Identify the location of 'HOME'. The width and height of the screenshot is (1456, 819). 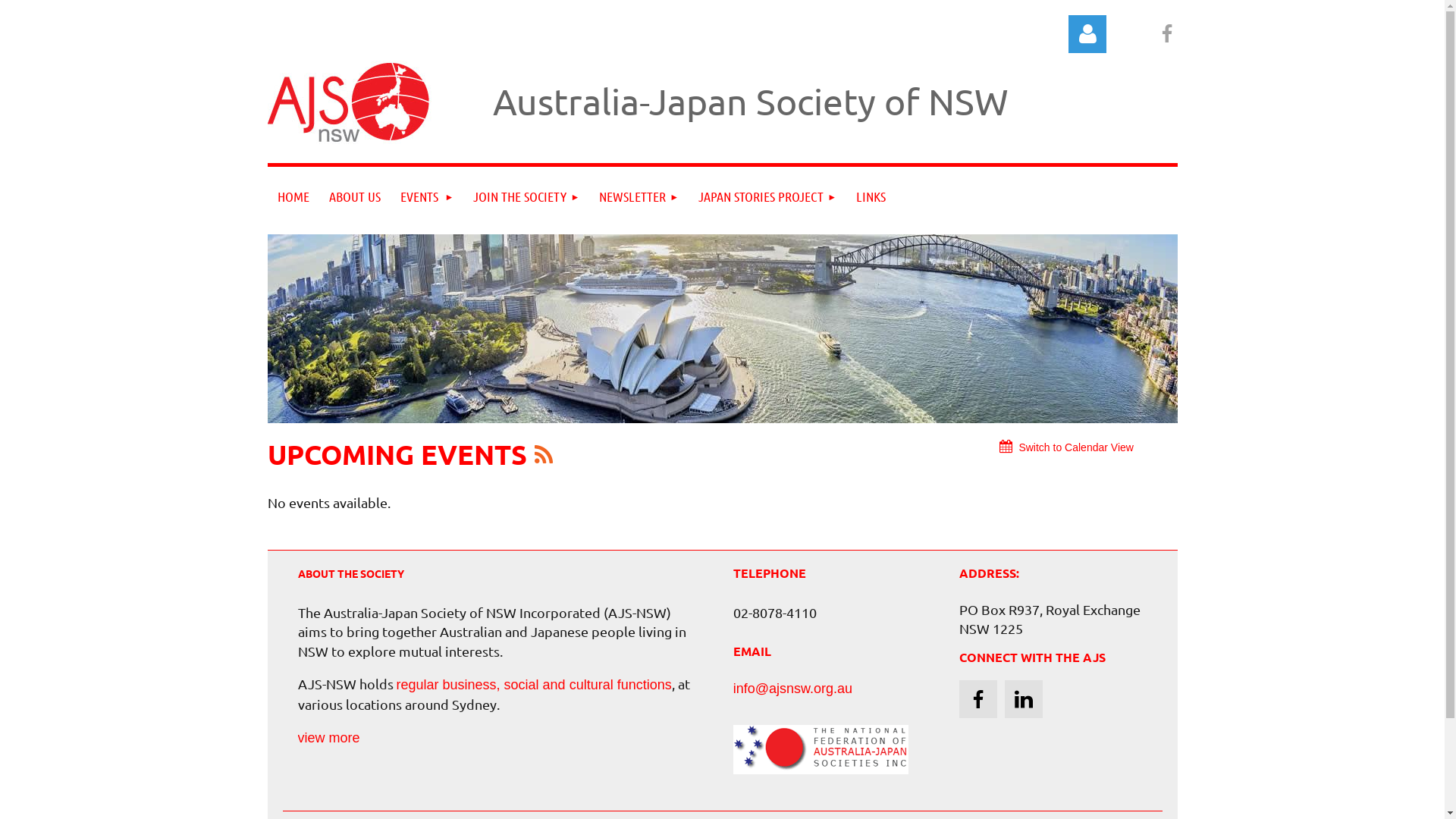
(292, 196).